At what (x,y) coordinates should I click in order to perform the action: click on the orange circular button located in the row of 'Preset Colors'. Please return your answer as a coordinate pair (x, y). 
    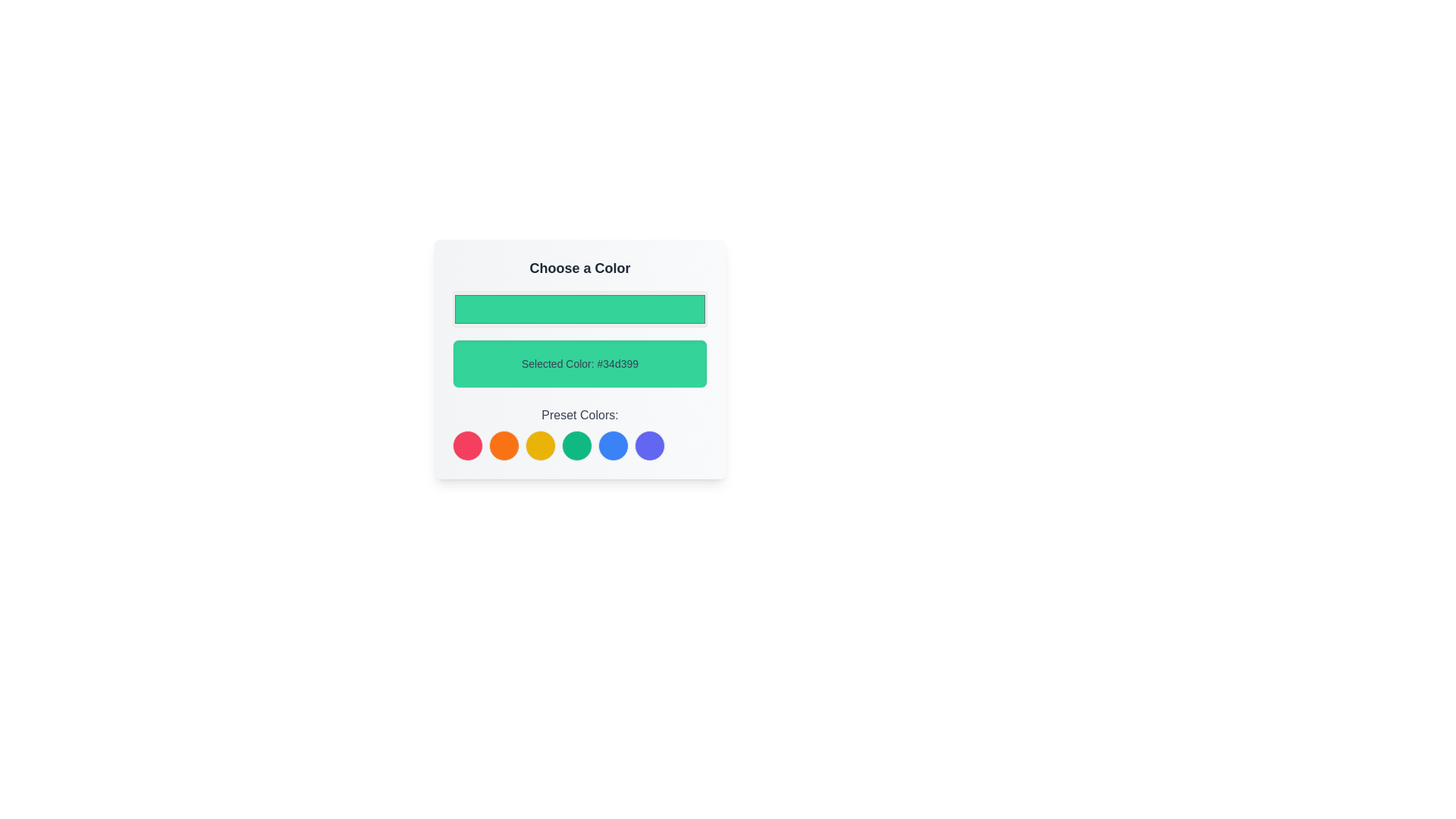
    Looking at the image, I should click on (504, 444).